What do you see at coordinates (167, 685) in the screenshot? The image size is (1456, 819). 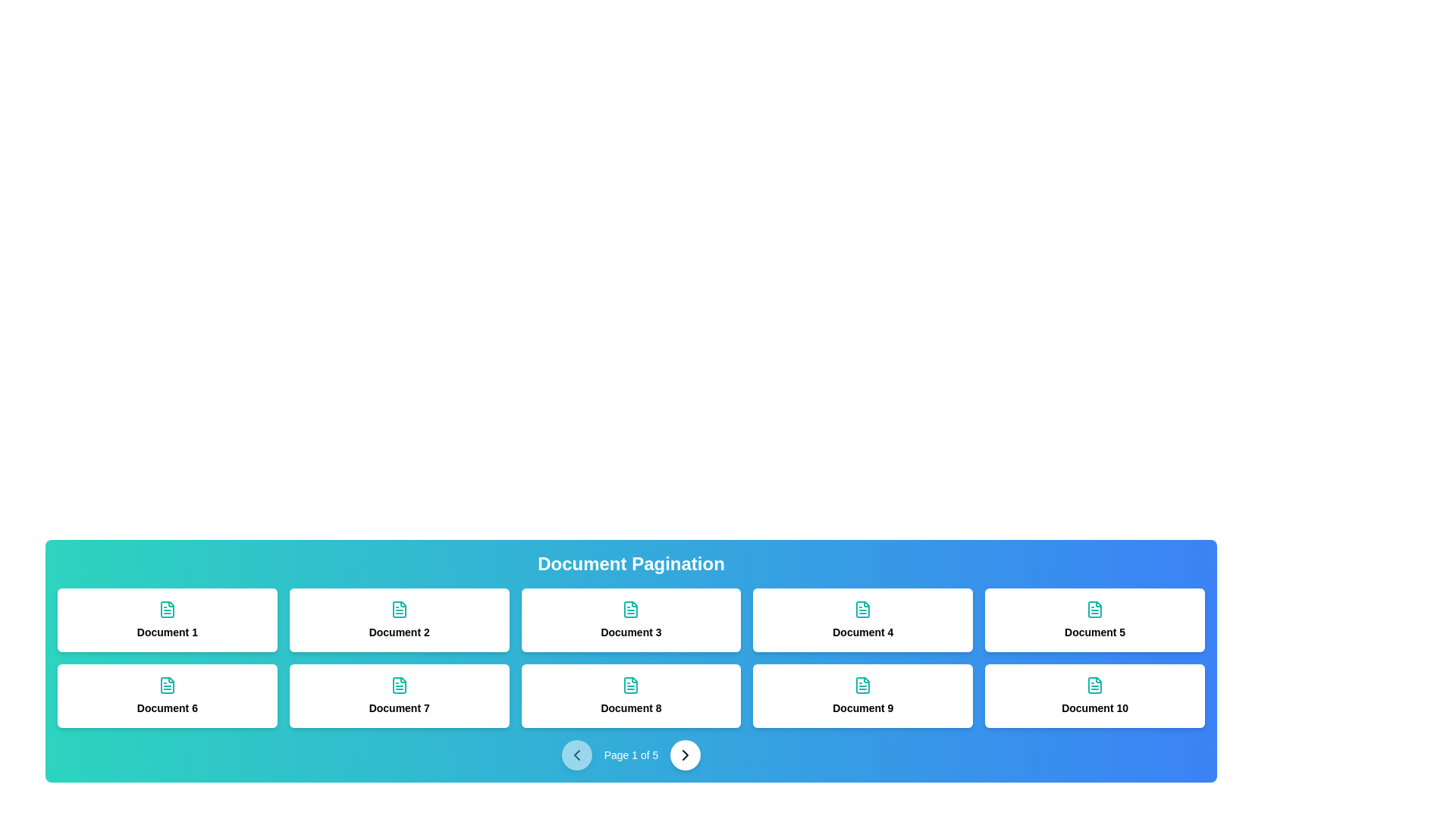 I see `the teal file icon outlined in white, representing a document with horizontal stripes, located at the upper section of the 'Document 6' card in the second row, first column of the grid layout` at bounding box center [167, 685].